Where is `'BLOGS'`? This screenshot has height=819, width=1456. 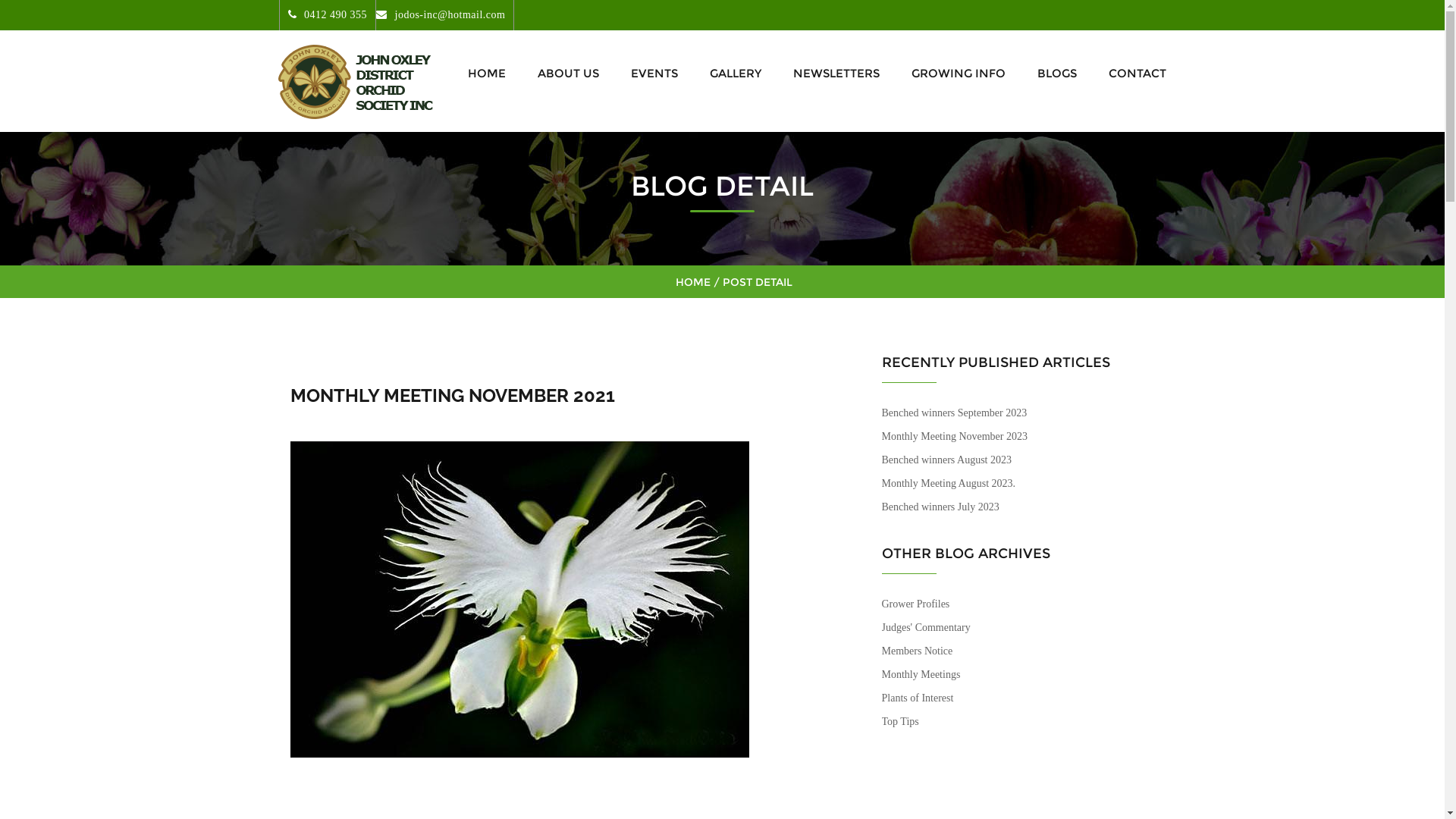
'BLOGS' is located at coordinates (1056, 73).